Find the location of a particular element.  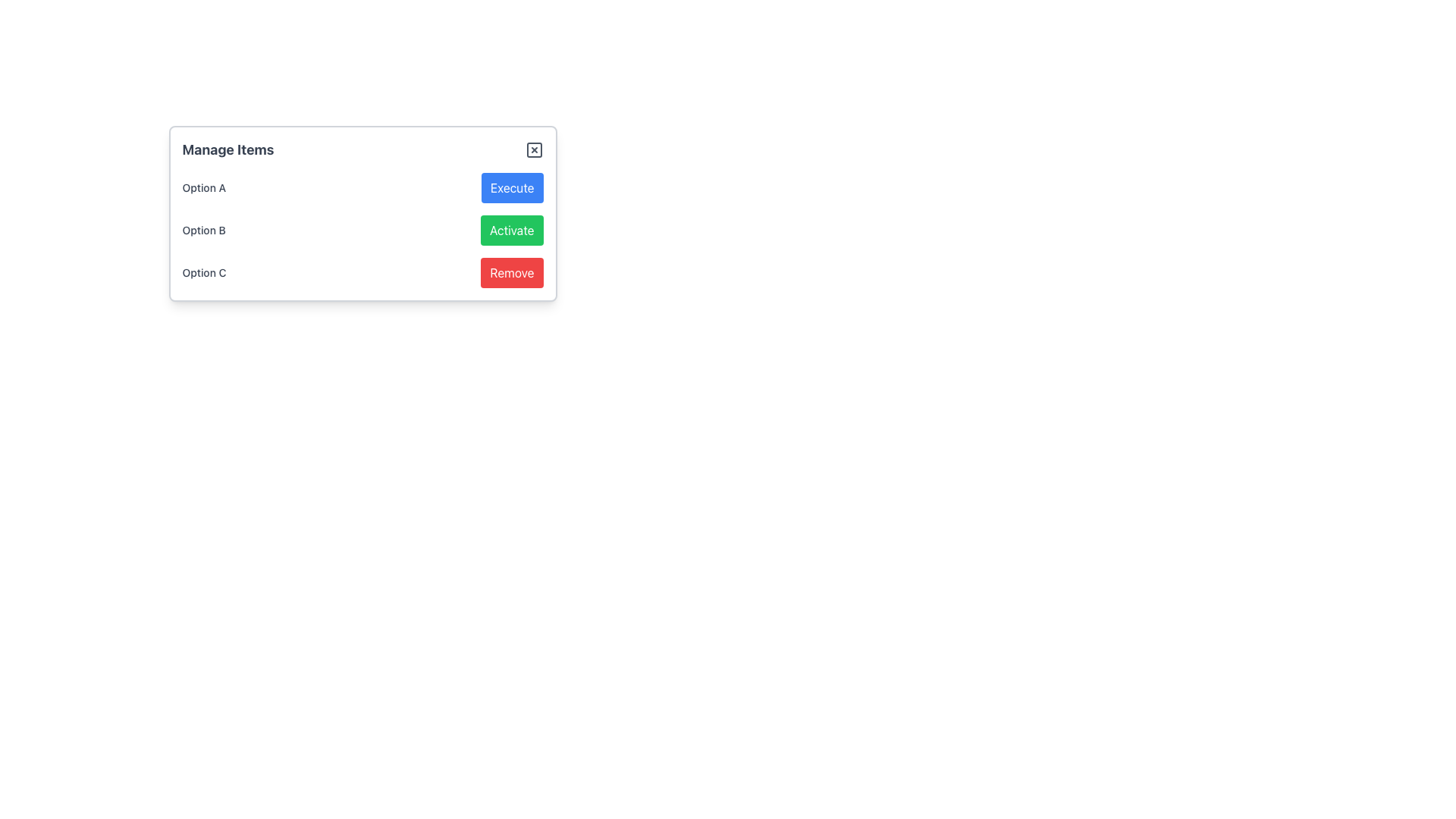

the second text label within the panel, positioned between 'Option A' and 'Option C', to identify it for selection is located at coordinates (203, 231).